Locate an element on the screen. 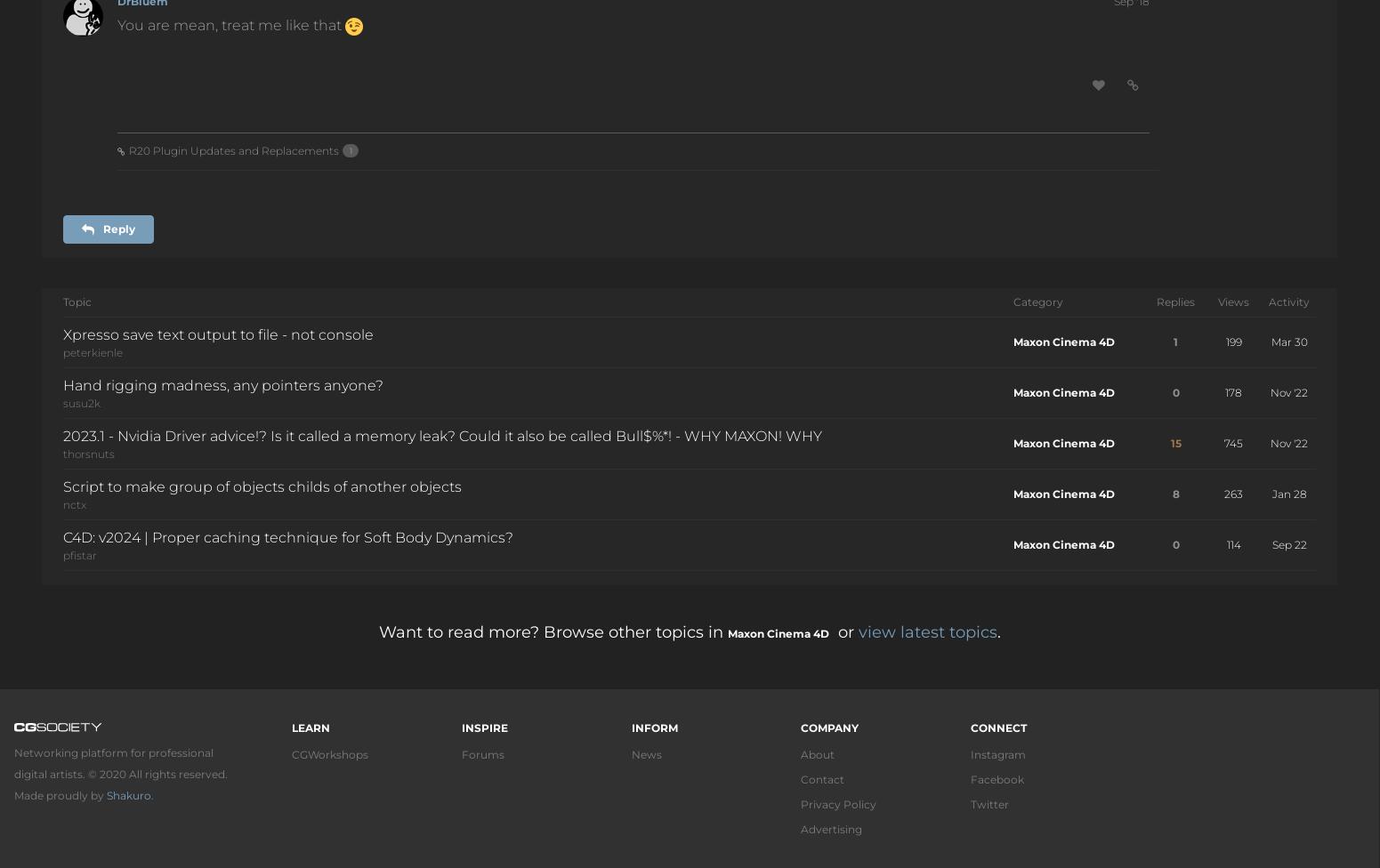 Image resolution: width=1380 pixels, height=868 pixels. 'nctx' is located at coordinates (62, 504).